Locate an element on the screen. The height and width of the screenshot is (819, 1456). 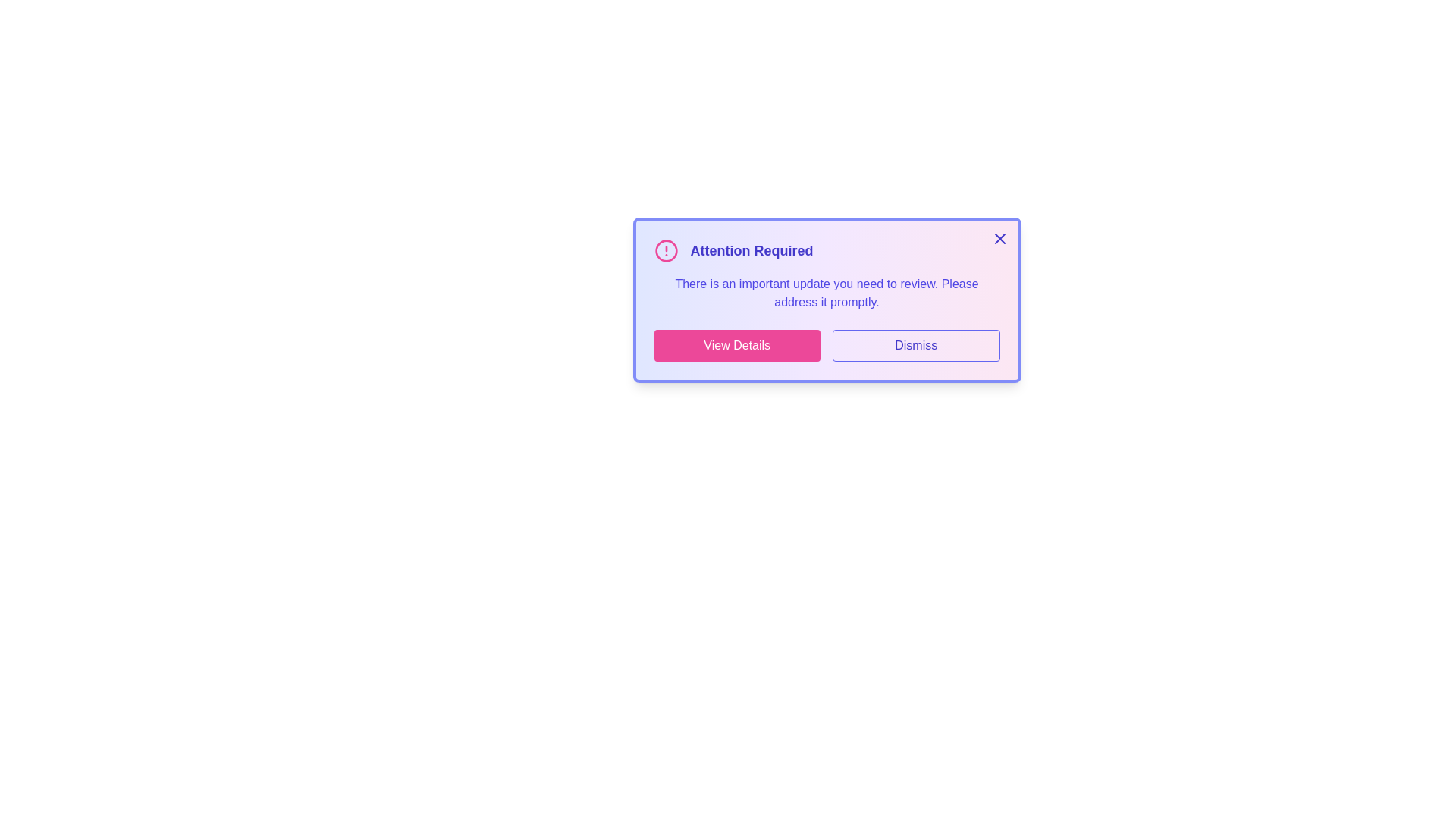
the alert icon to interact visually is located at coordinates (666, 250).